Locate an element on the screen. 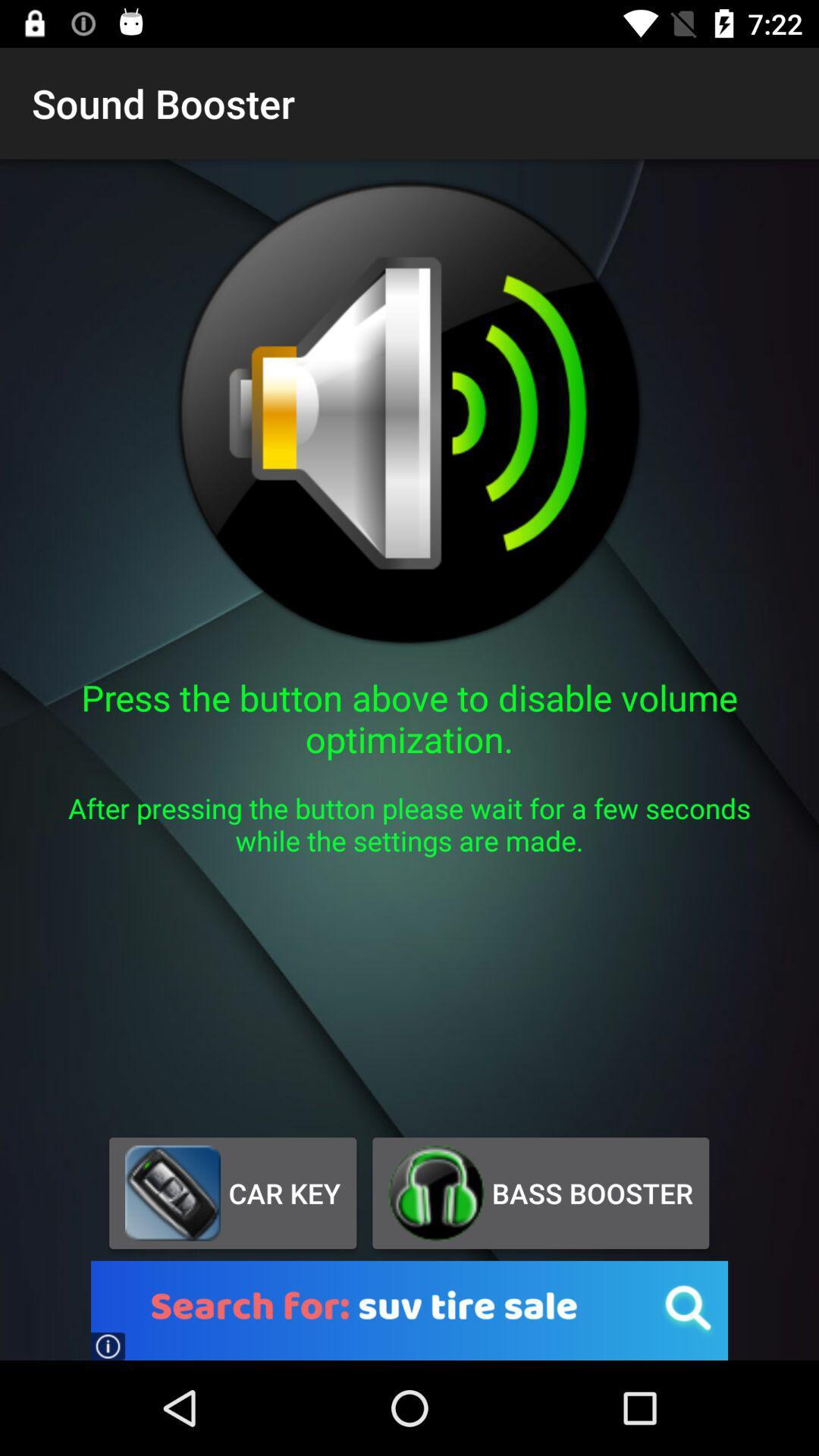 The image size is (819, 1456). app below after pressing the app is located at coordinates (540, 1192).